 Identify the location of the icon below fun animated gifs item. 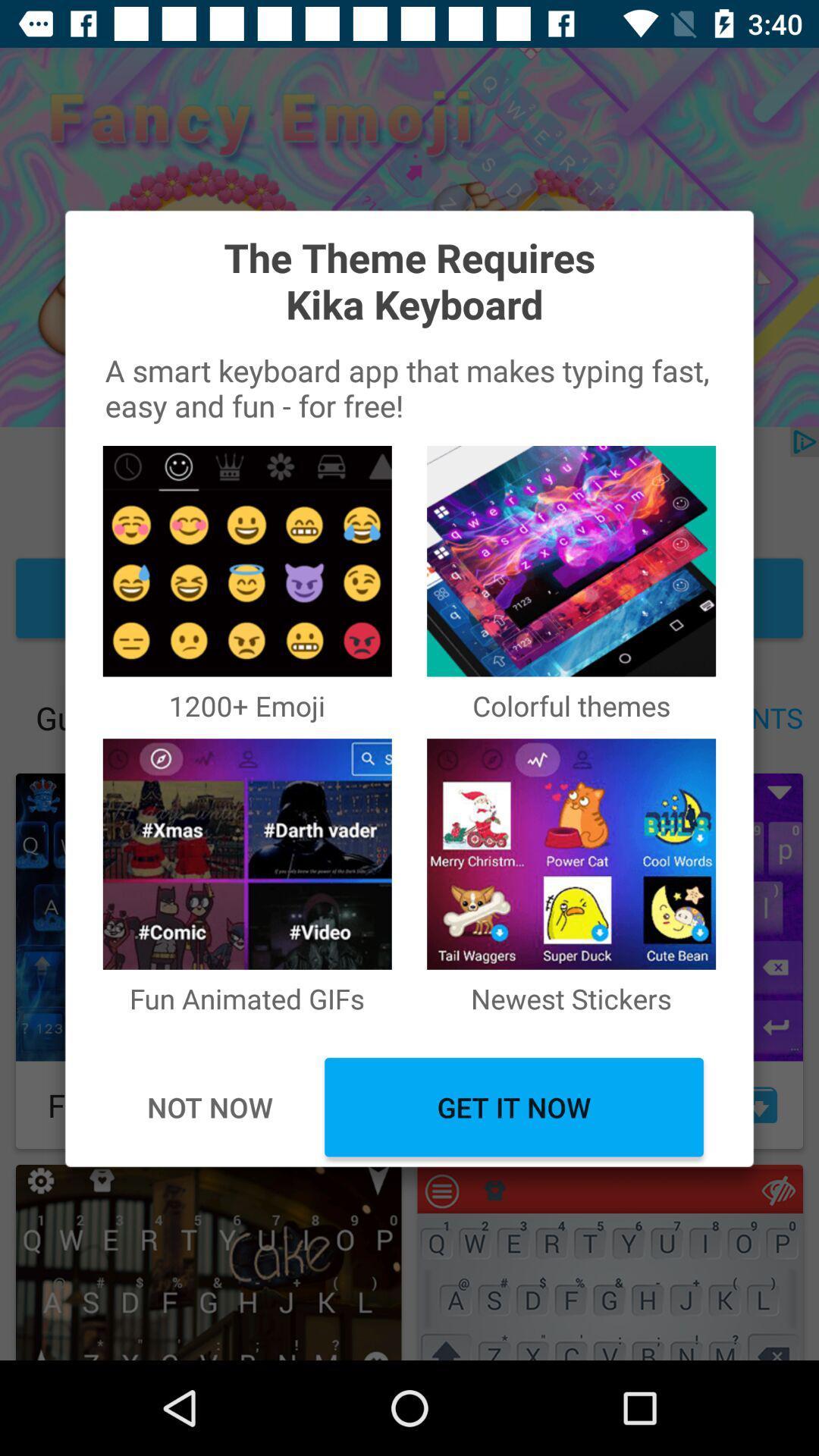
(209, 1107).